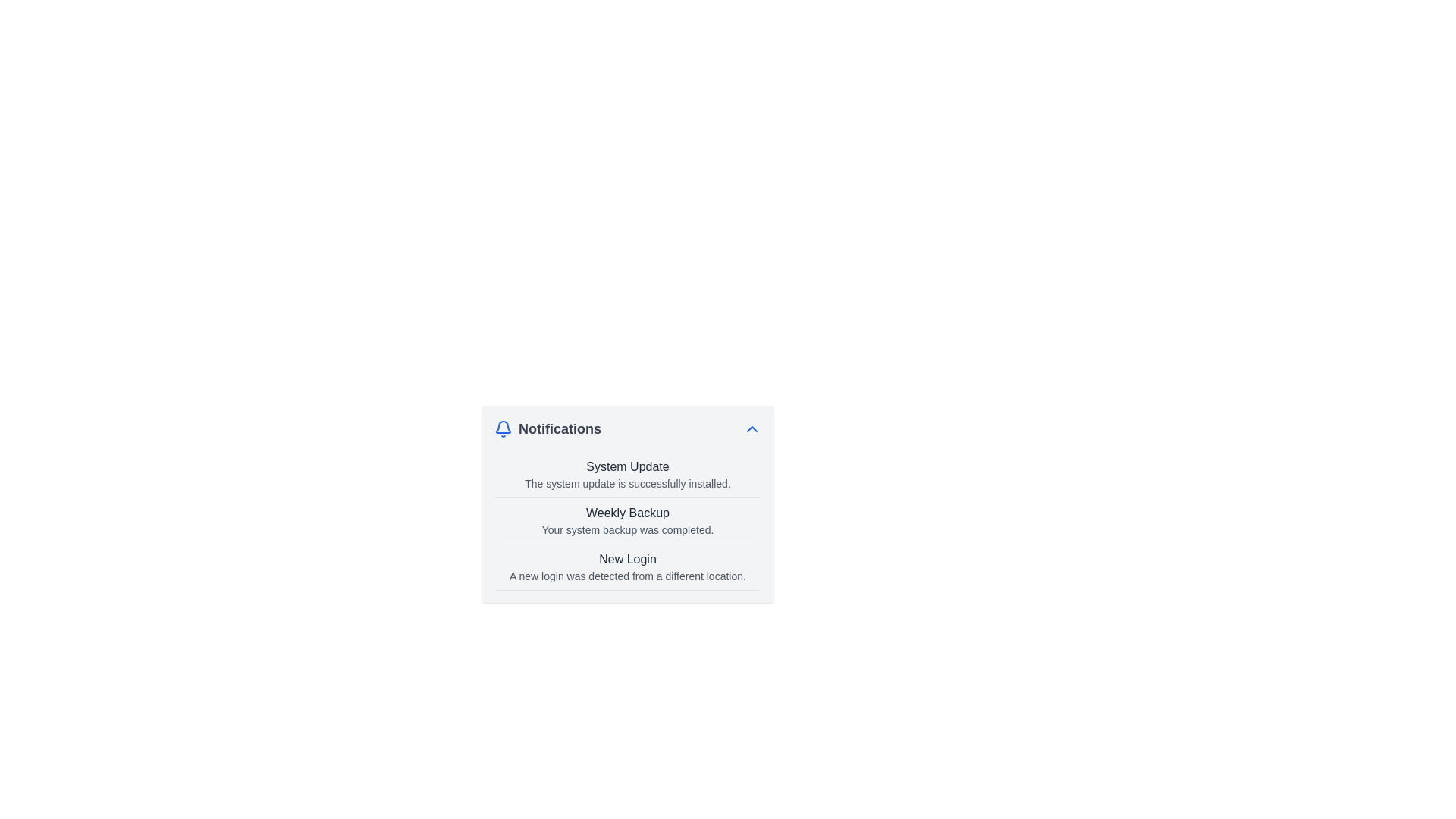  I want to click on the text label displaying 'Weekly Backup' in bold gray font, which is located in the second notification entry under the 'Notifications' section, so click(628, 513).